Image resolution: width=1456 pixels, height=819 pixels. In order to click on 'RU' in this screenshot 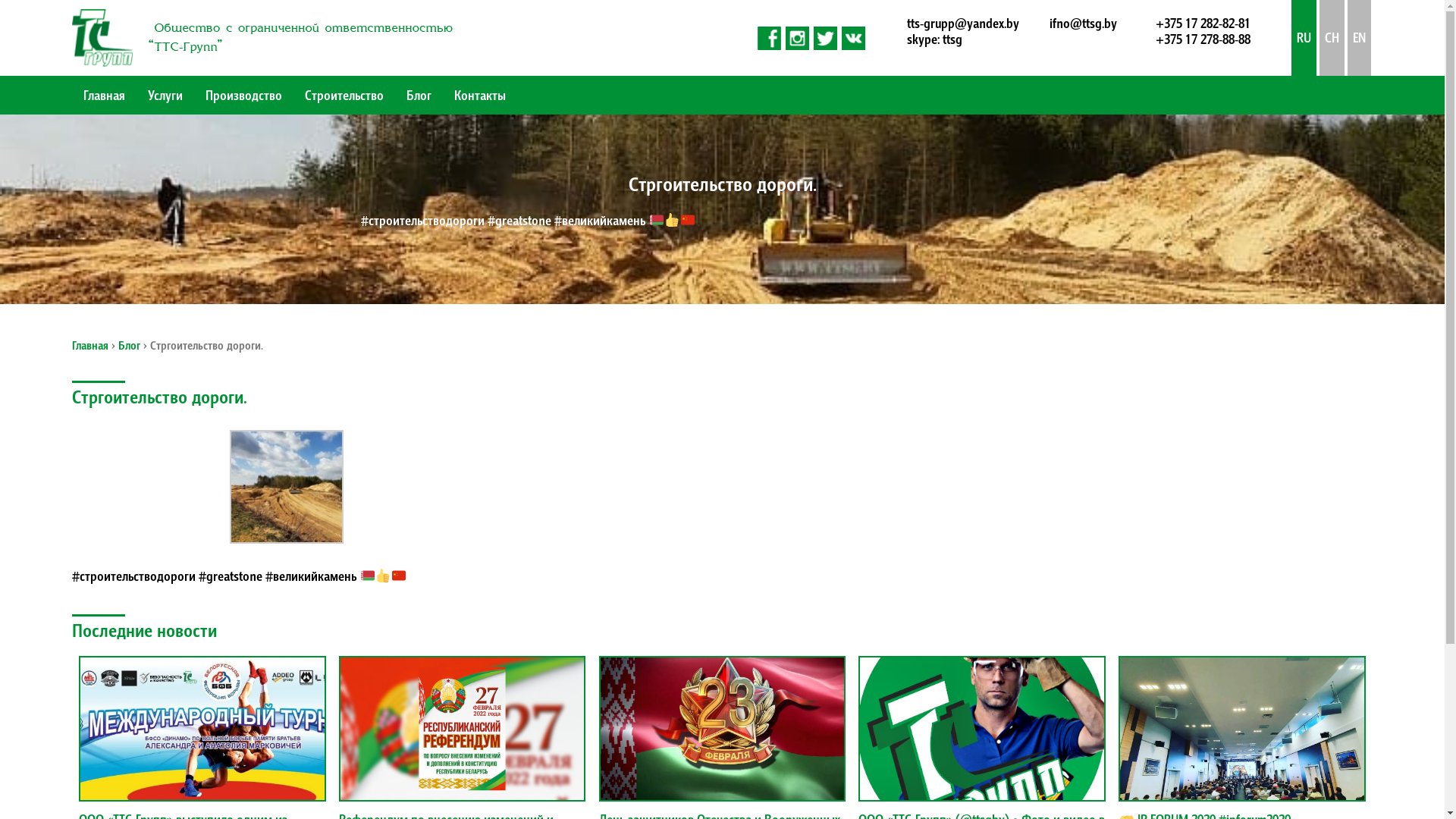, I will do `click(1303, 37)`.